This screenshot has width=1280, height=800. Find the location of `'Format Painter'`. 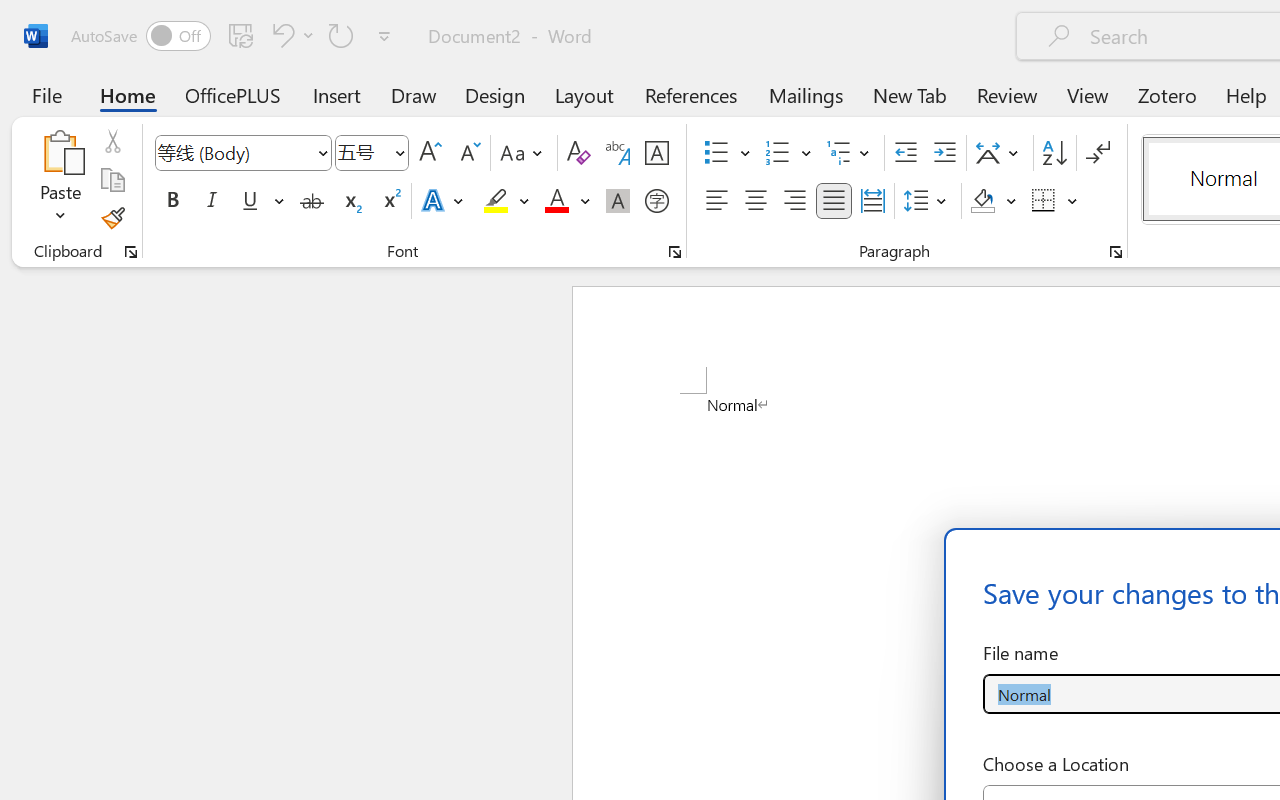

'Format Painter' is located at coordinates (111, 218).